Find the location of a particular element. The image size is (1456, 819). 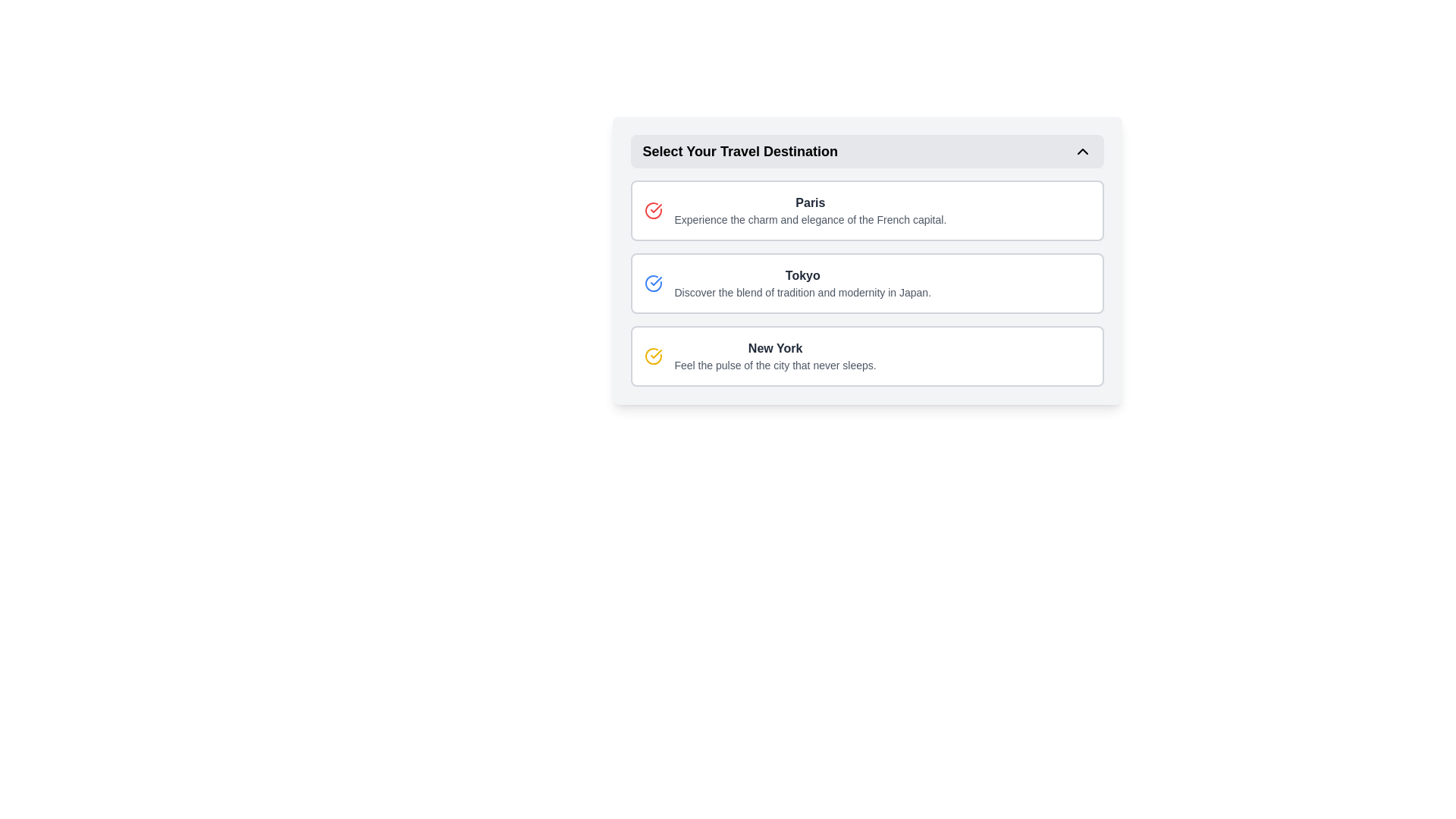

the Text Block containing the title 'Paris' and subtitle 'Experience the charm and elegance of the French capital' is located at coordinates (809, 210).